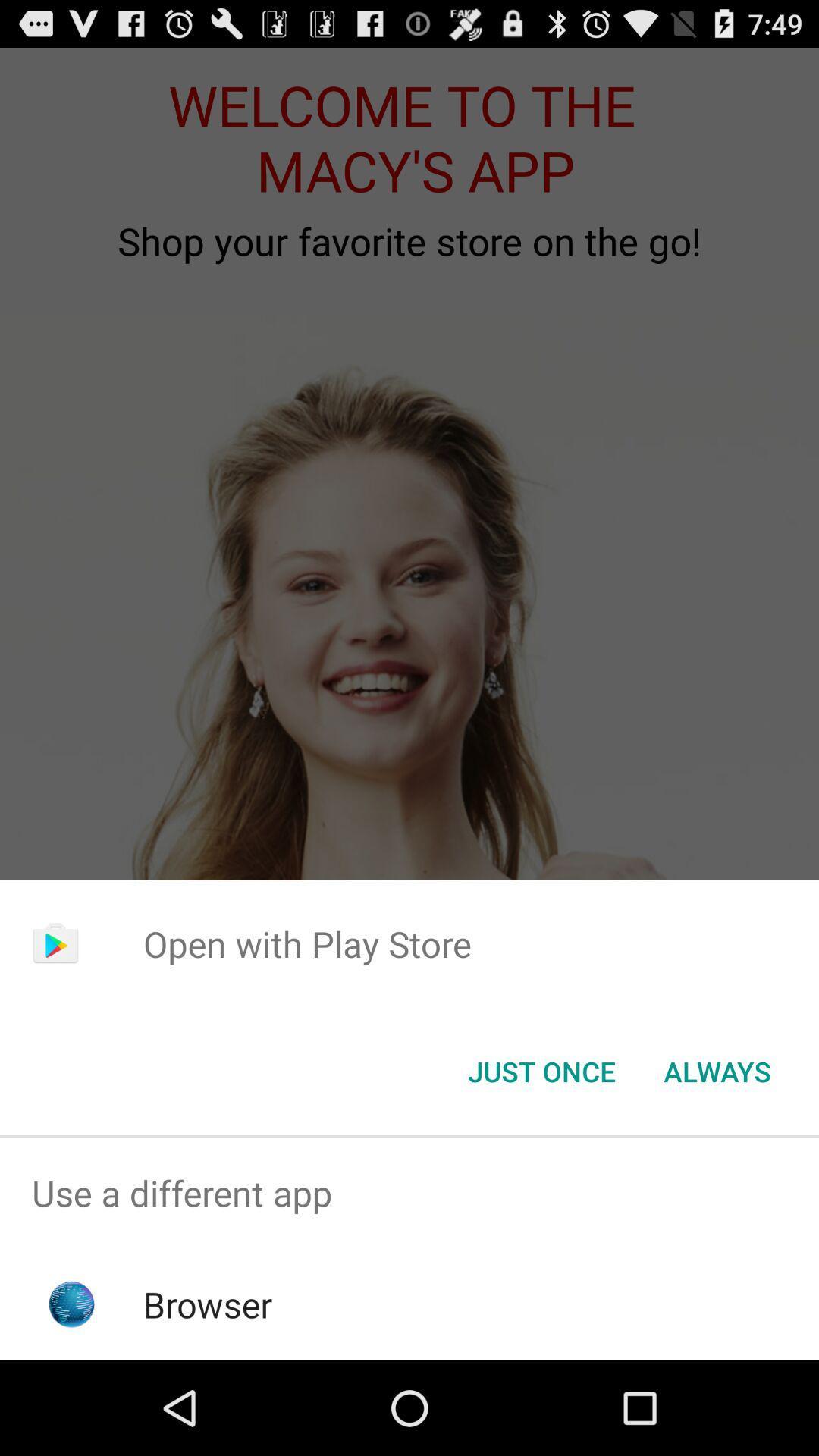 The width and height of the screenshot is (819, 1456). I want to click on the icon next to just once button, so click(717, 1070).